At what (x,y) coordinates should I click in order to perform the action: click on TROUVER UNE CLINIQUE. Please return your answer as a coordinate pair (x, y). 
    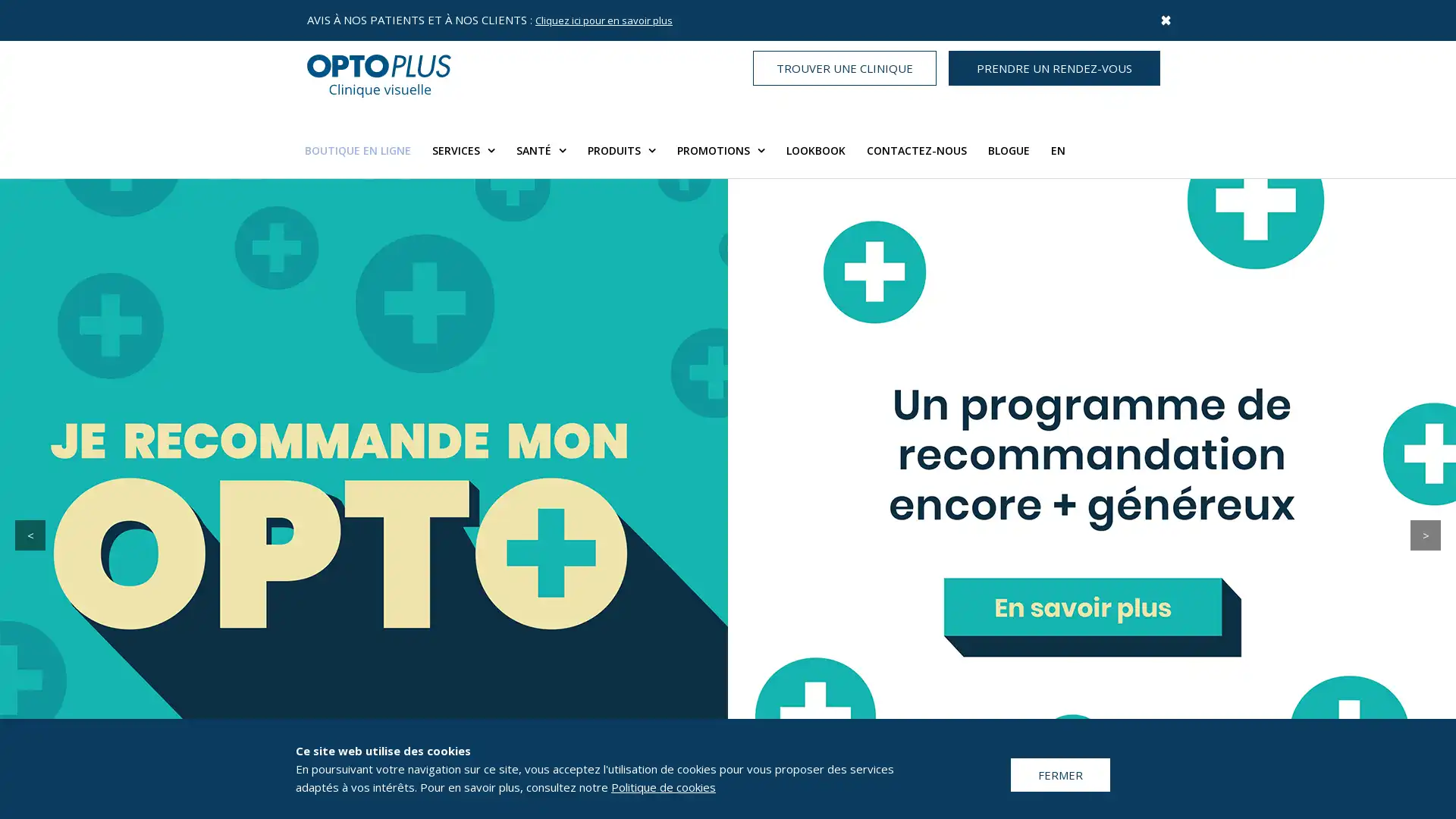
    Looking at the image, I should click on (843, 67).